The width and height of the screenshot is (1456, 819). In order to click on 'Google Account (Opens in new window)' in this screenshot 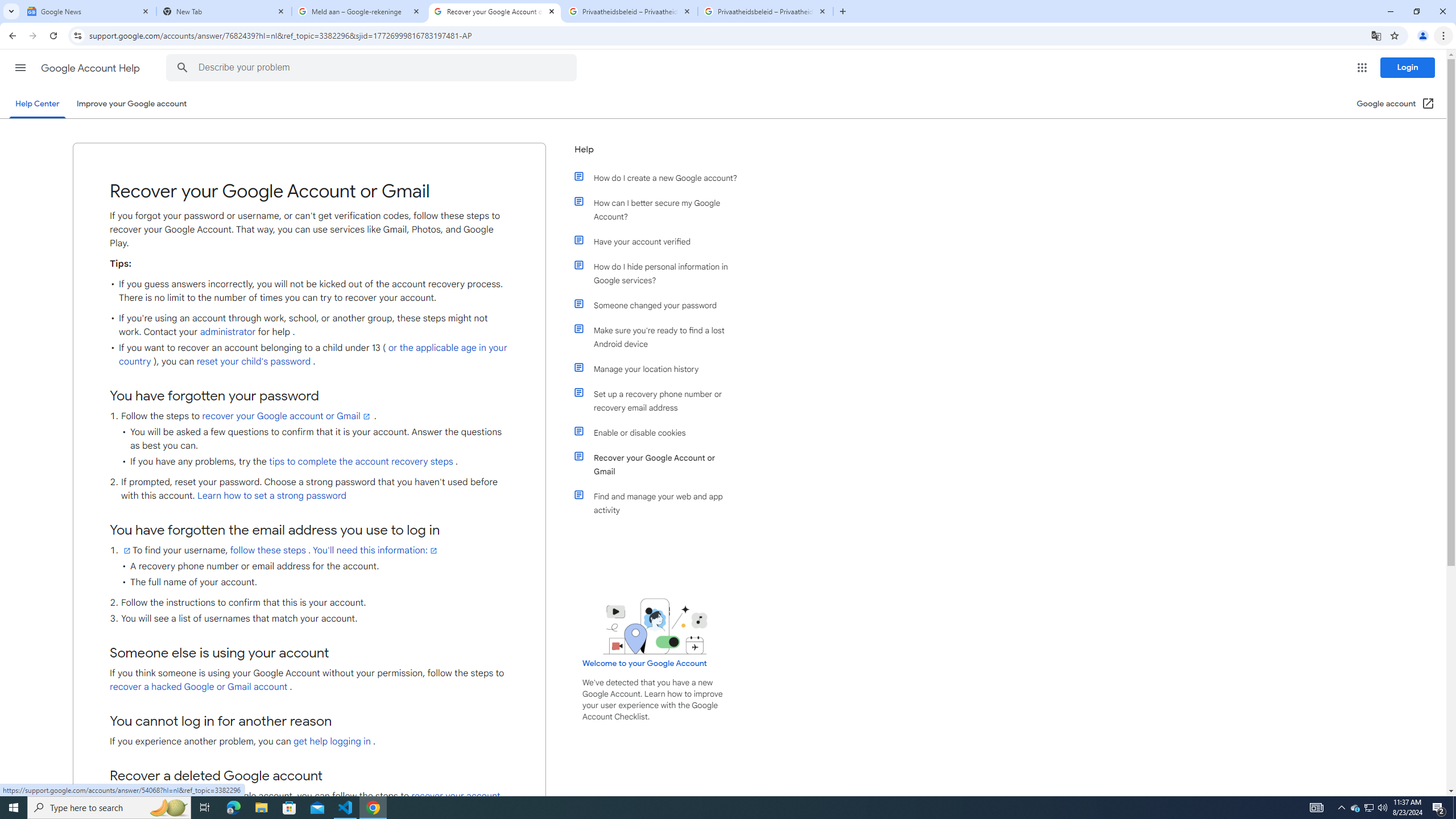, I will do `click(1396, 103)`.